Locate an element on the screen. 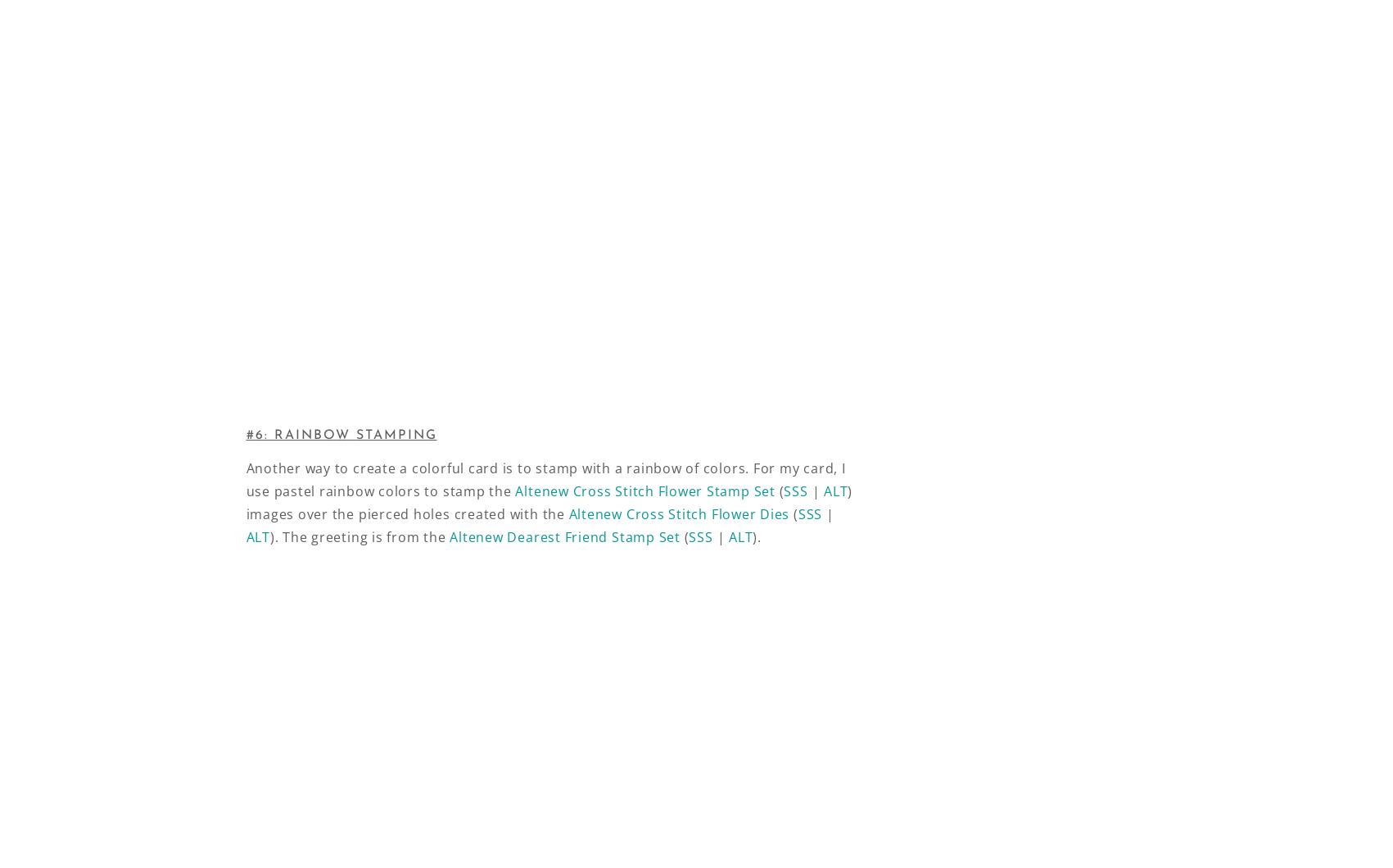 The width and height of the screenshot is (1393, 868). '#6: RAINBOW STAMPING' is located at coordinates (340, 436).